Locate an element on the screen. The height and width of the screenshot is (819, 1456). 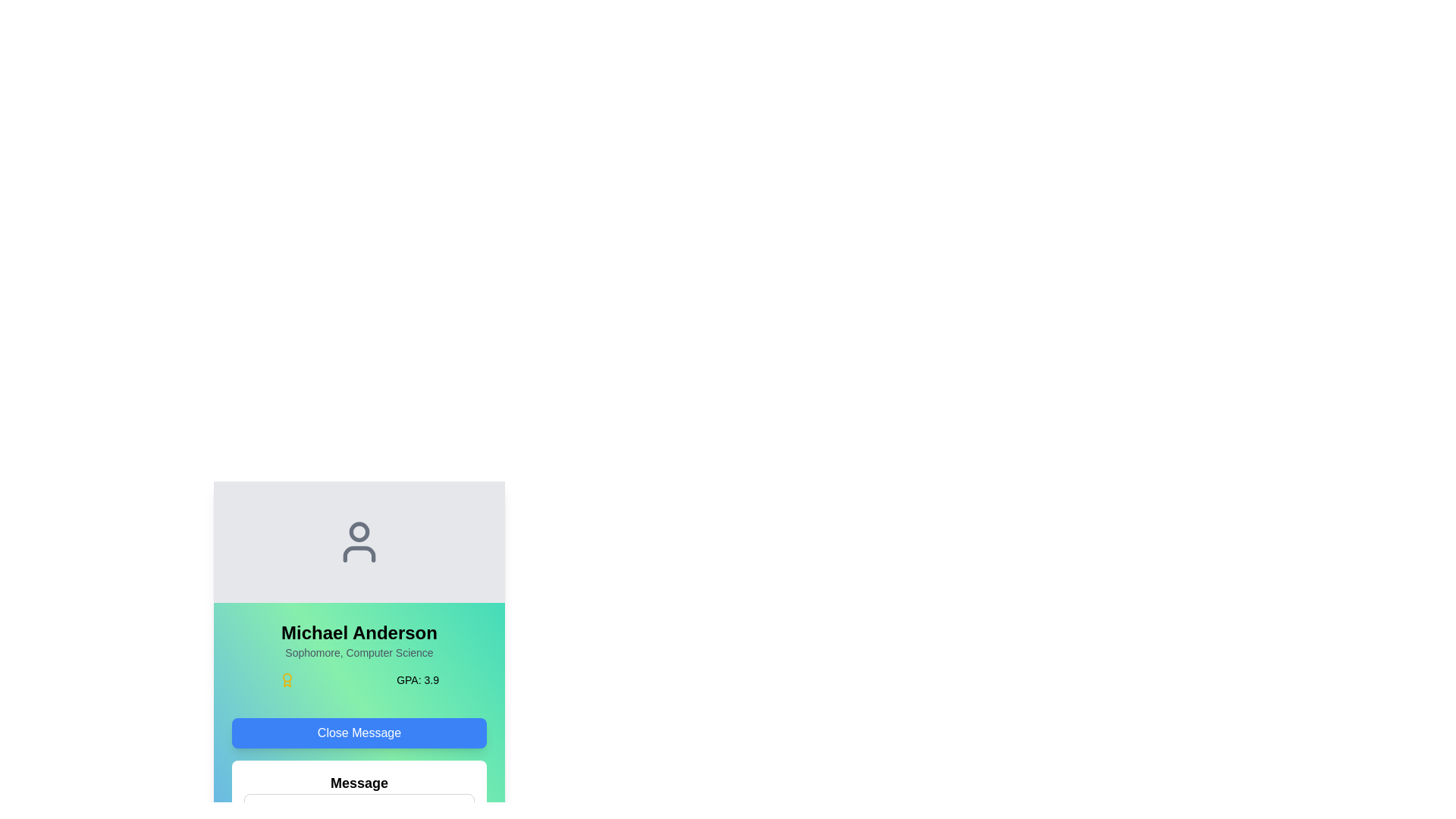
the lower boundary of the user avatar icon representing Michael Anderson, which visually completes the depiction of a person is located at coordinates (359, 554).